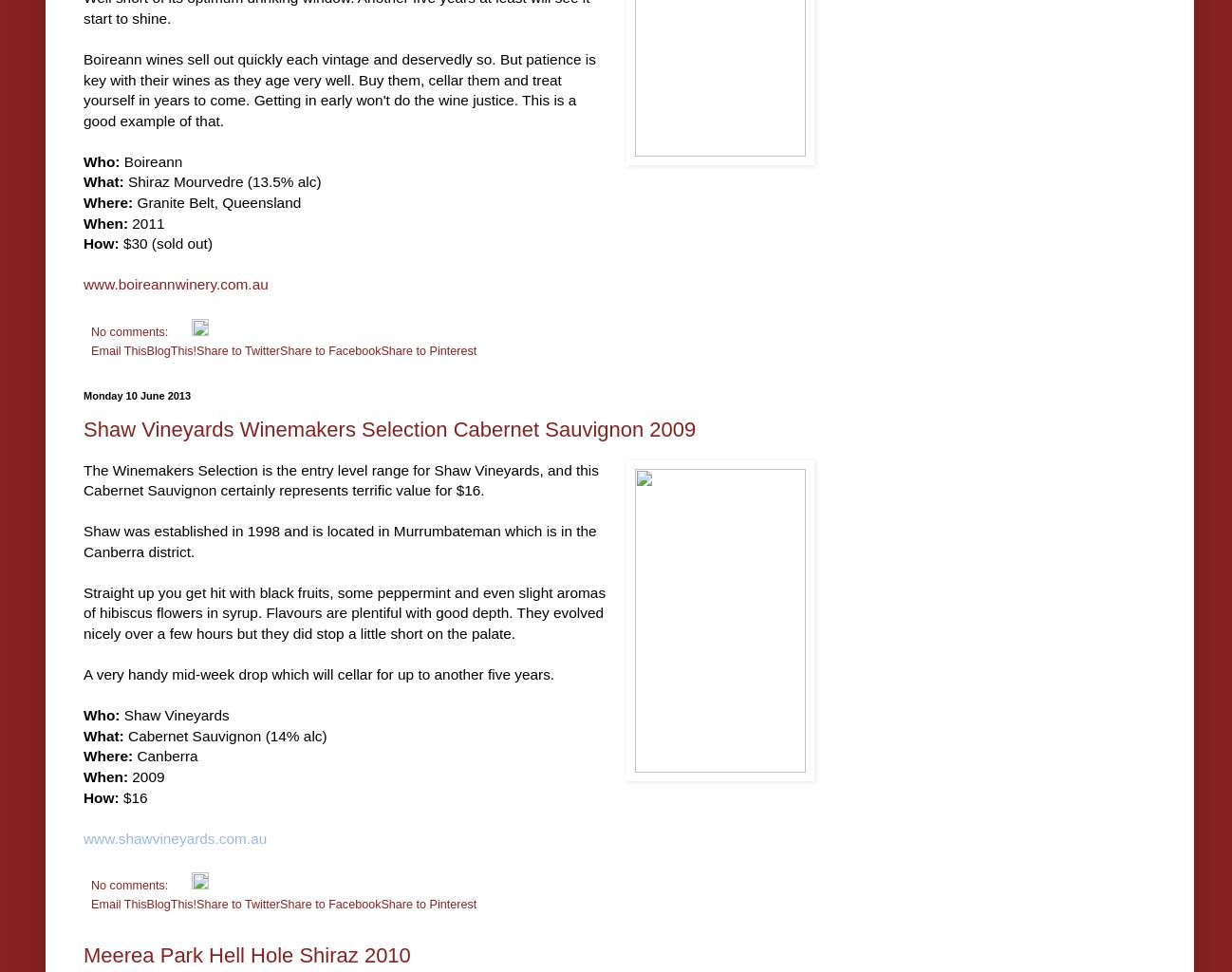  I want to click on 'Boireann wines sell out quickly each vintage and deservedly so. But patience is key with their wines as they age very well. Buy them, cellar them and treat yourself in years to come. Getting in early won't do the wine justice. This is a good example of that.', so click(339, 89).